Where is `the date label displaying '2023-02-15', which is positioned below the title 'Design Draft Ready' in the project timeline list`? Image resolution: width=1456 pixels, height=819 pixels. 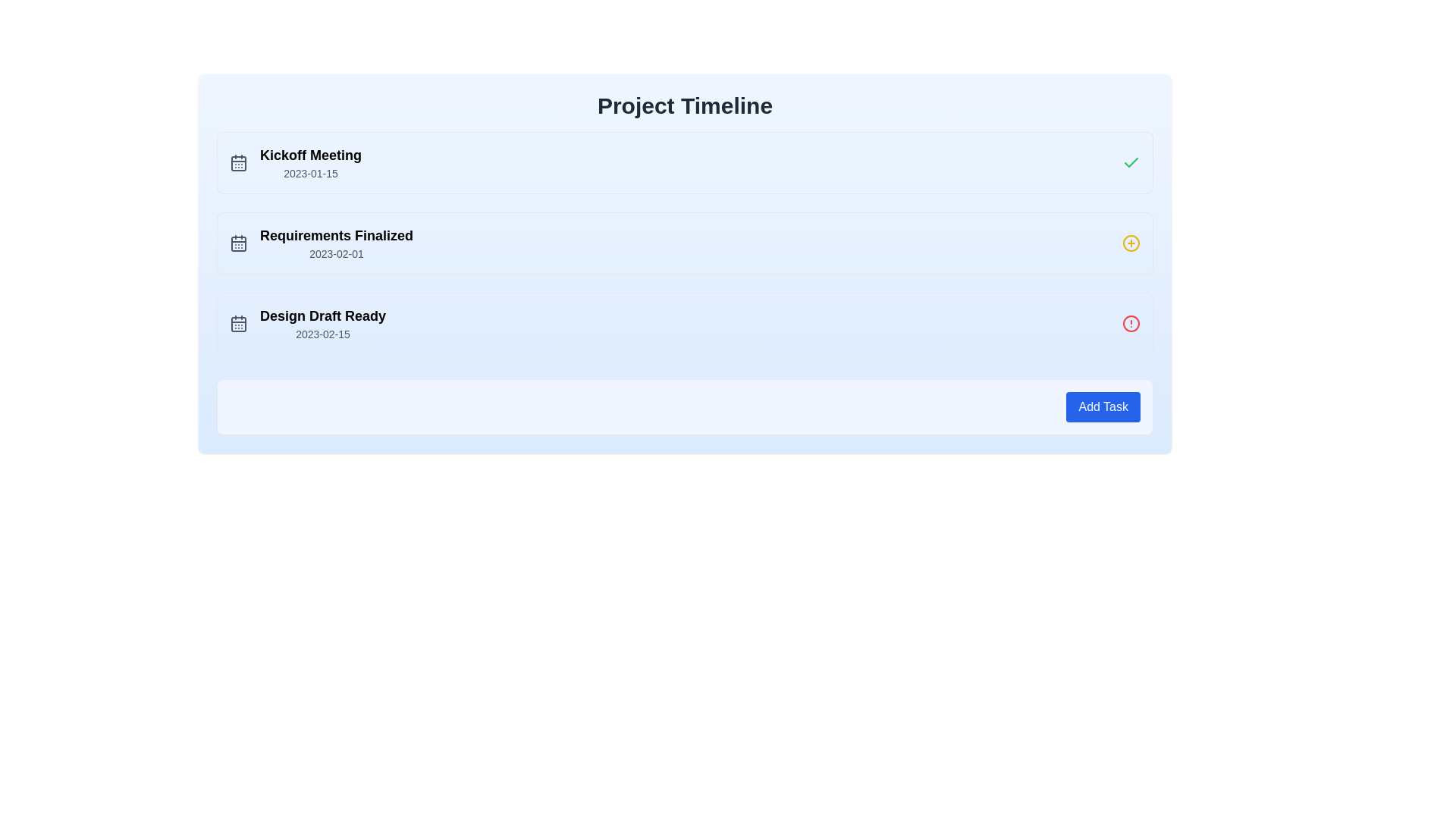
the date label displaying '2023-02-15', which is positioned below the title 'Design Draft Ready' in the project timeline list is located at coordinates (322, 333).